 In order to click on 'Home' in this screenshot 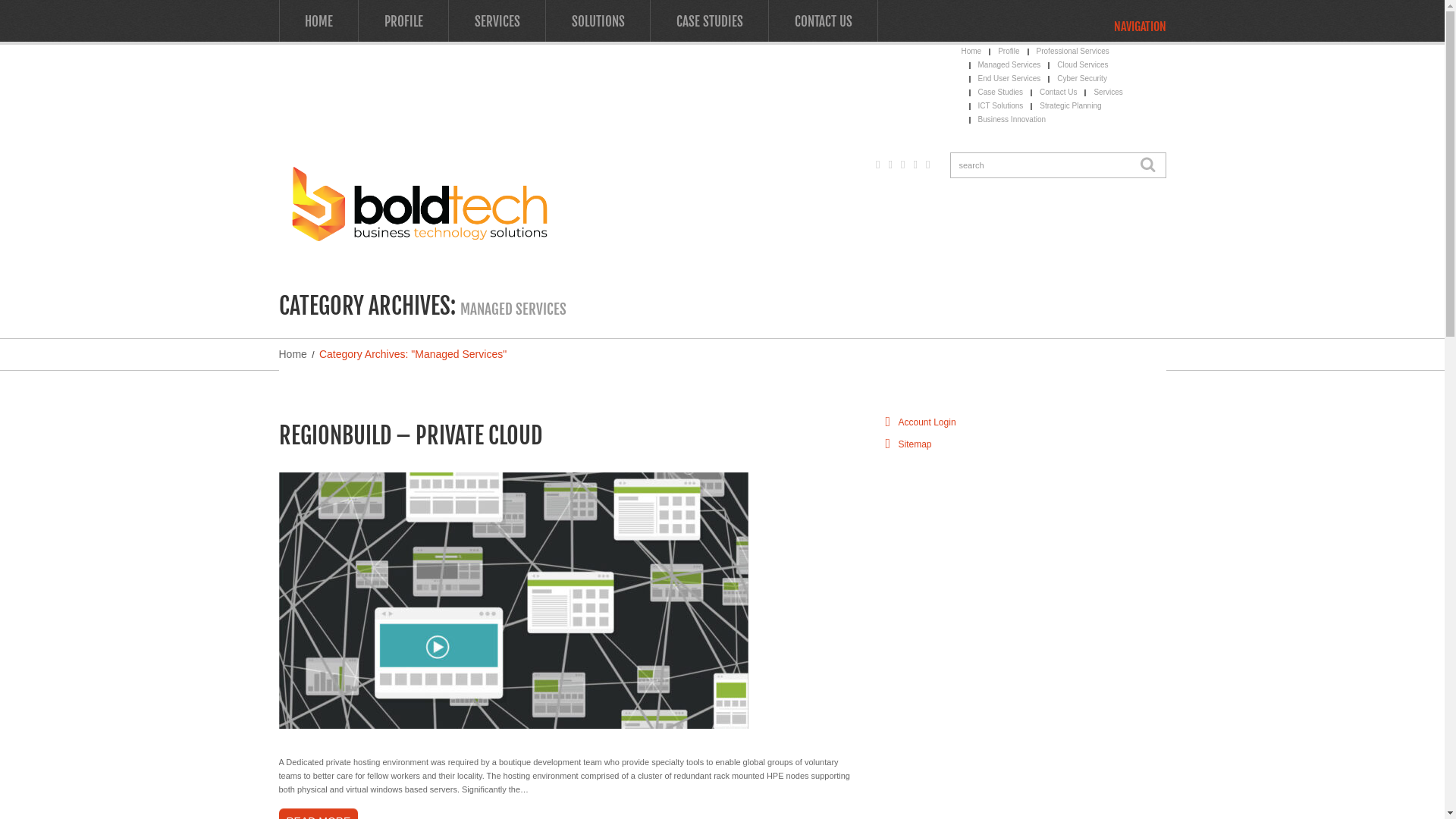, I will do `click(293, 353)`.